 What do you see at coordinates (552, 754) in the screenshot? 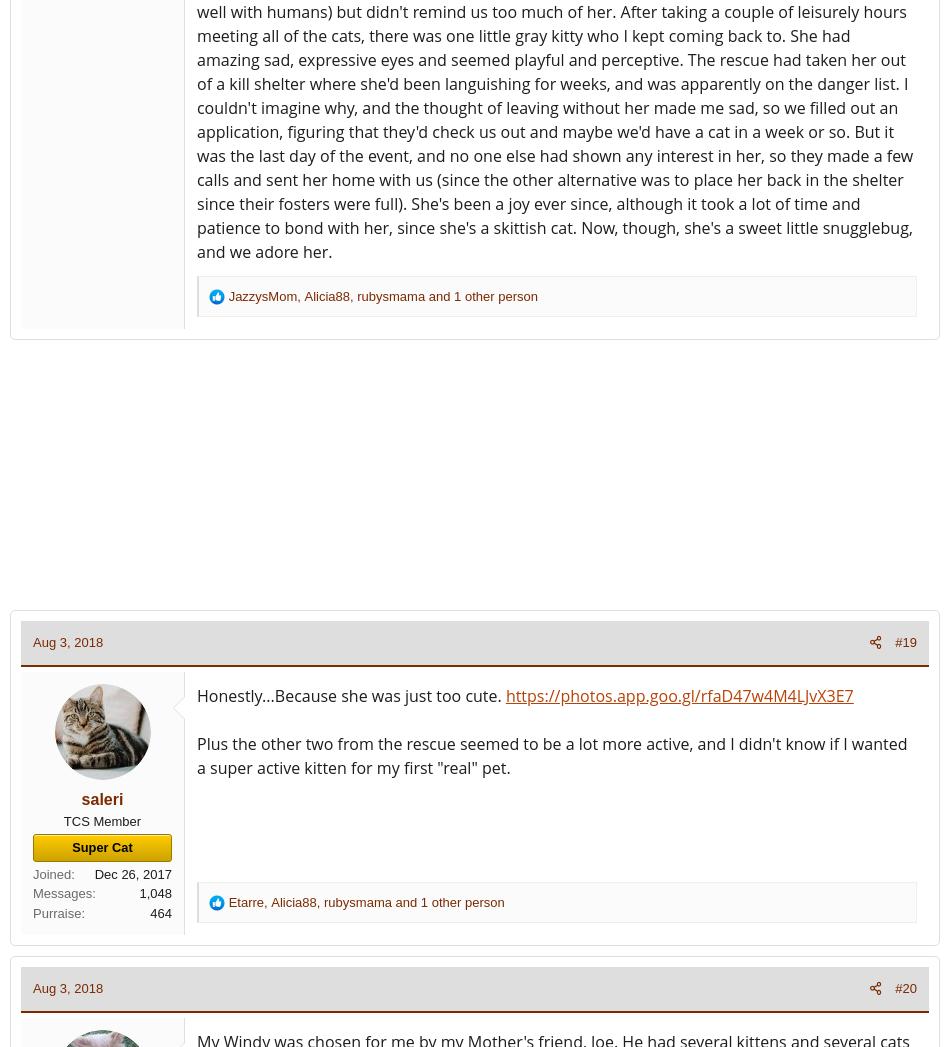
I see `'Plus the other two from the rescue seemed to be a lot more active, and I didn't know if I wanted a super active kitten for my first "real" pet.'` at bounding box center [552, 754].